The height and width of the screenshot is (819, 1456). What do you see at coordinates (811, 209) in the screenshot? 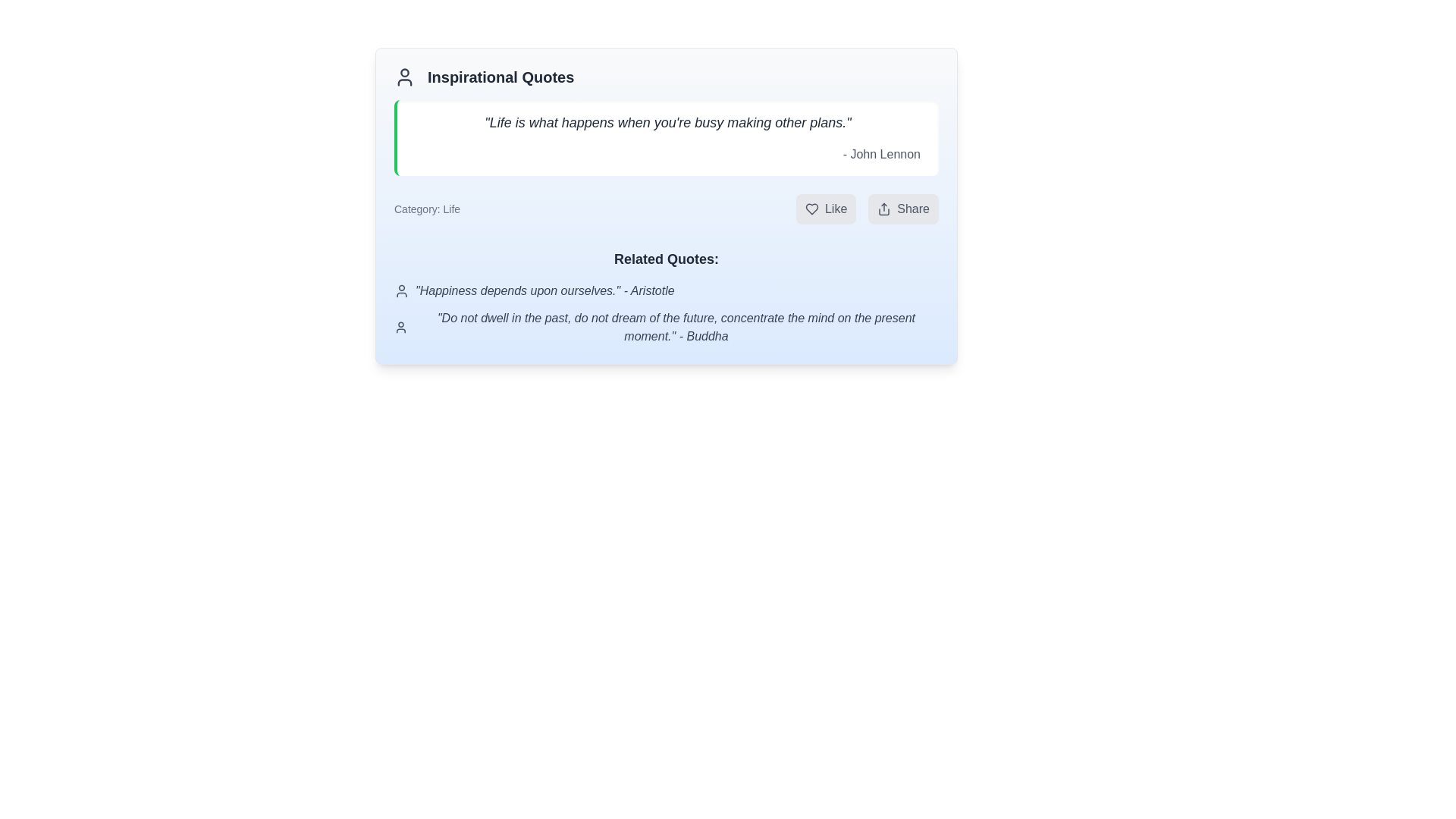
I see `the heart icon located on the right side of the main content area beneath the quote text` at bounding box center [811, 209].